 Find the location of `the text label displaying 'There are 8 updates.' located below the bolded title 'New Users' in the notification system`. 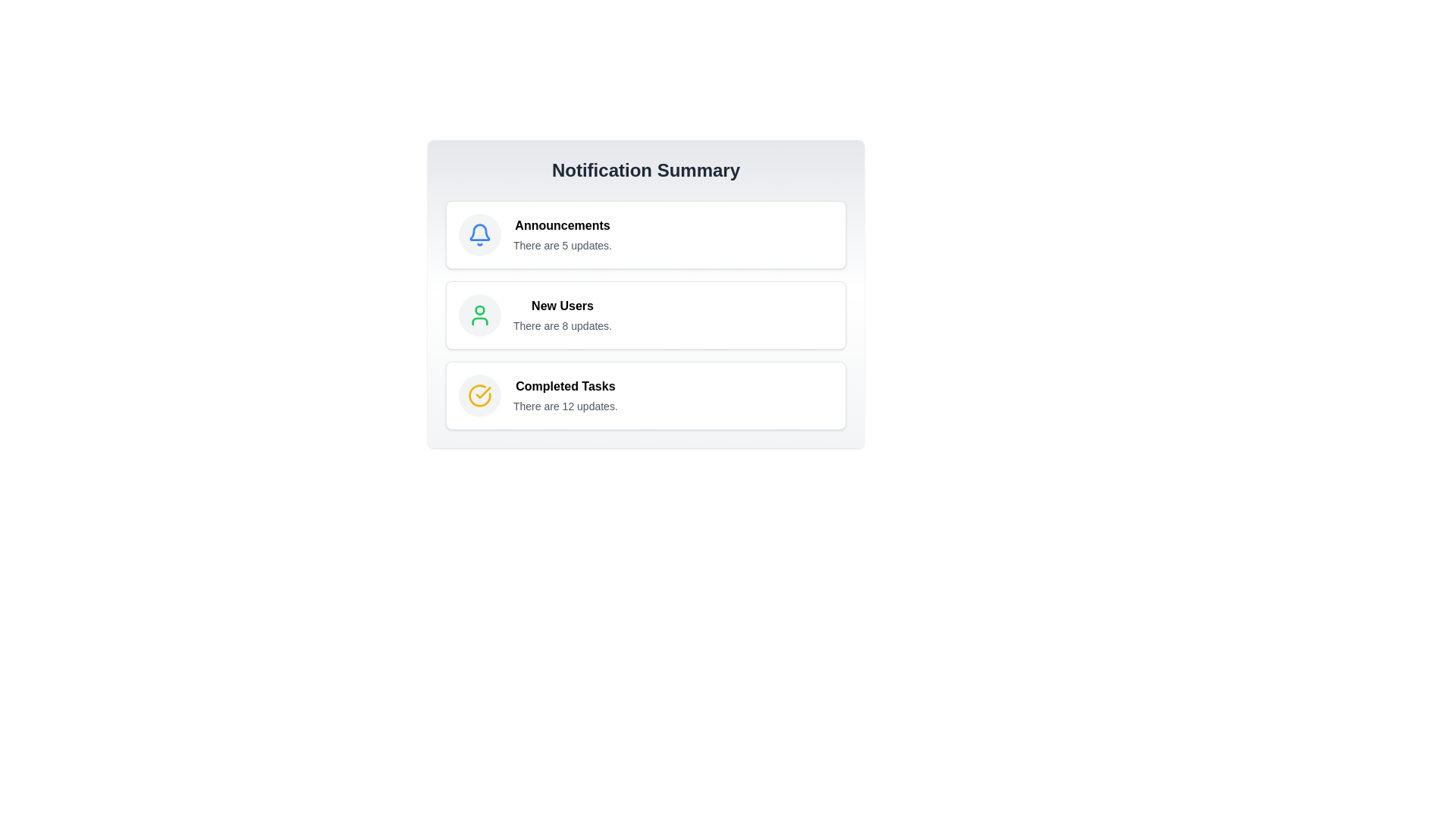

the text label displaying 'There are 8 updates.' located below the bolded title 'New Users' in the notification system is located at coordinates (562, 325).